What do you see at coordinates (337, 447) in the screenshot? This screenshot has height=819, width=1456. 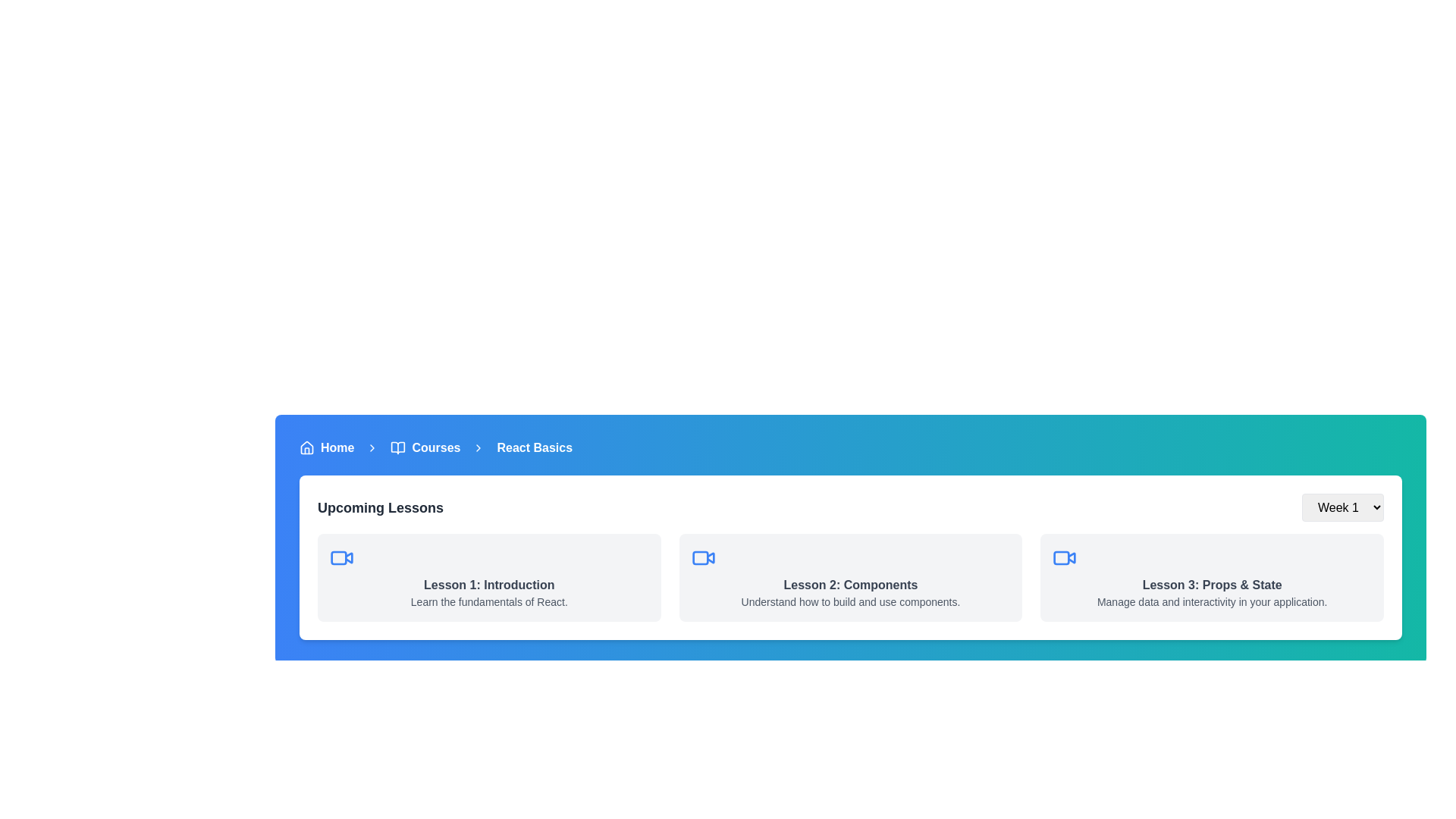 I see `the 'Home' hyperlink, which is a bold text link styled with an underline effect when hovered, located in the top-left region of the navigation interface` at bounding box center [337, 447].